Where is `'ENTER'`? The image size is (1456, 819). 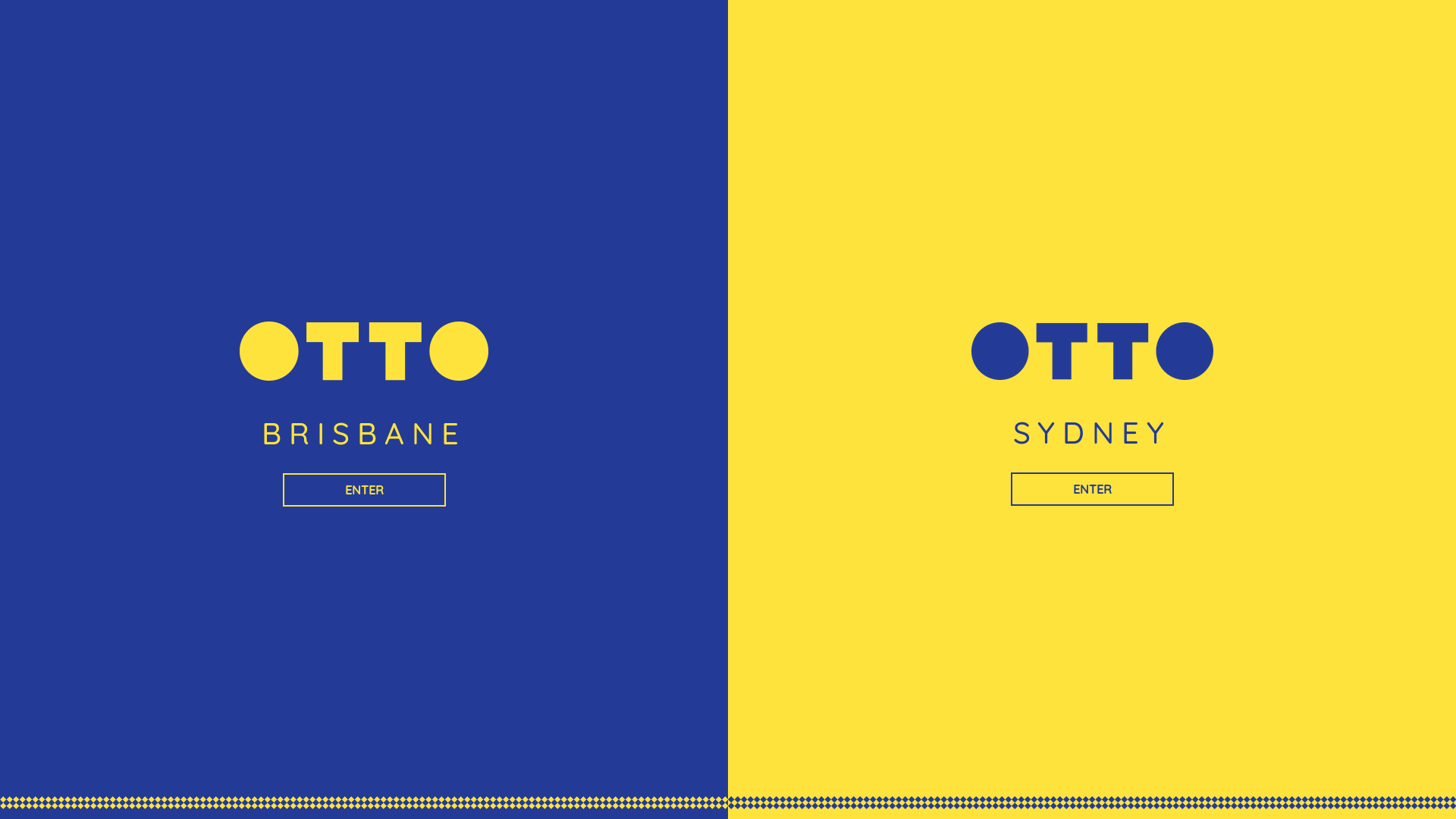
'ENTER' is located at coordinates (1090, 488).